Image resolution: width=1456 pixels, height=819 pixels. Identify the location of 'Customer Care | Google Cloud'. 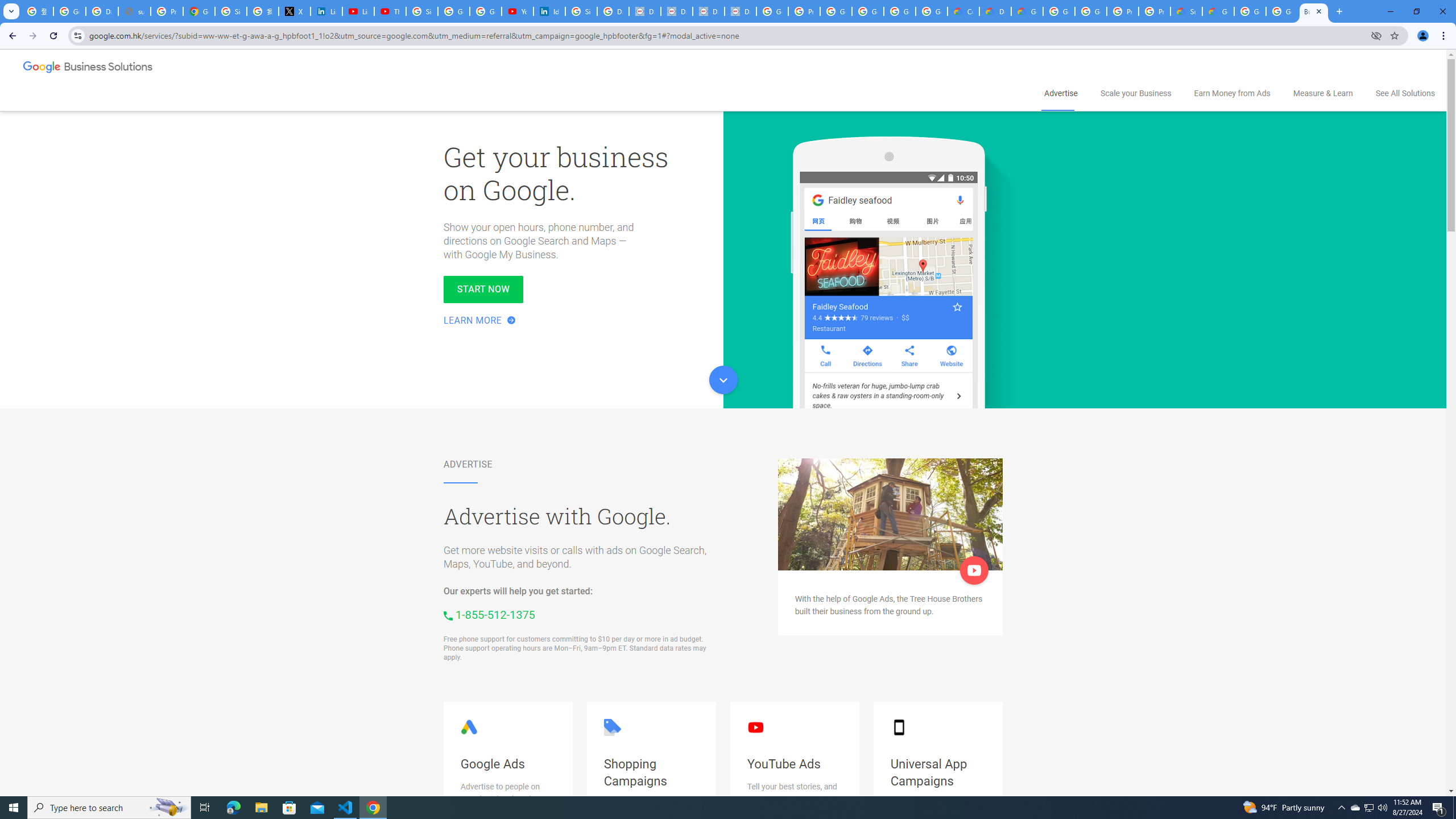
(962, 11).